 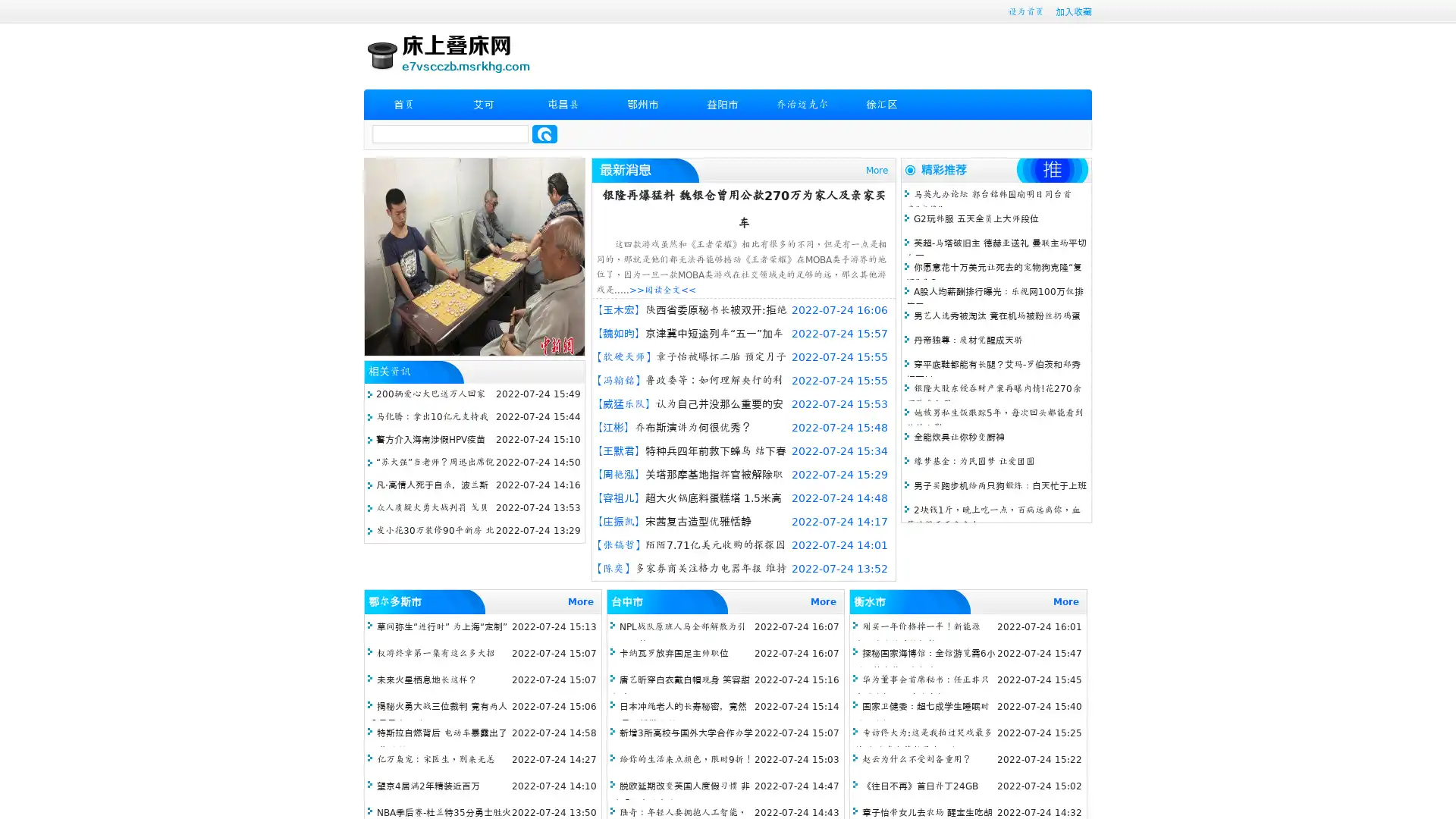 I want to click on Search, so click(x=544, y=133).